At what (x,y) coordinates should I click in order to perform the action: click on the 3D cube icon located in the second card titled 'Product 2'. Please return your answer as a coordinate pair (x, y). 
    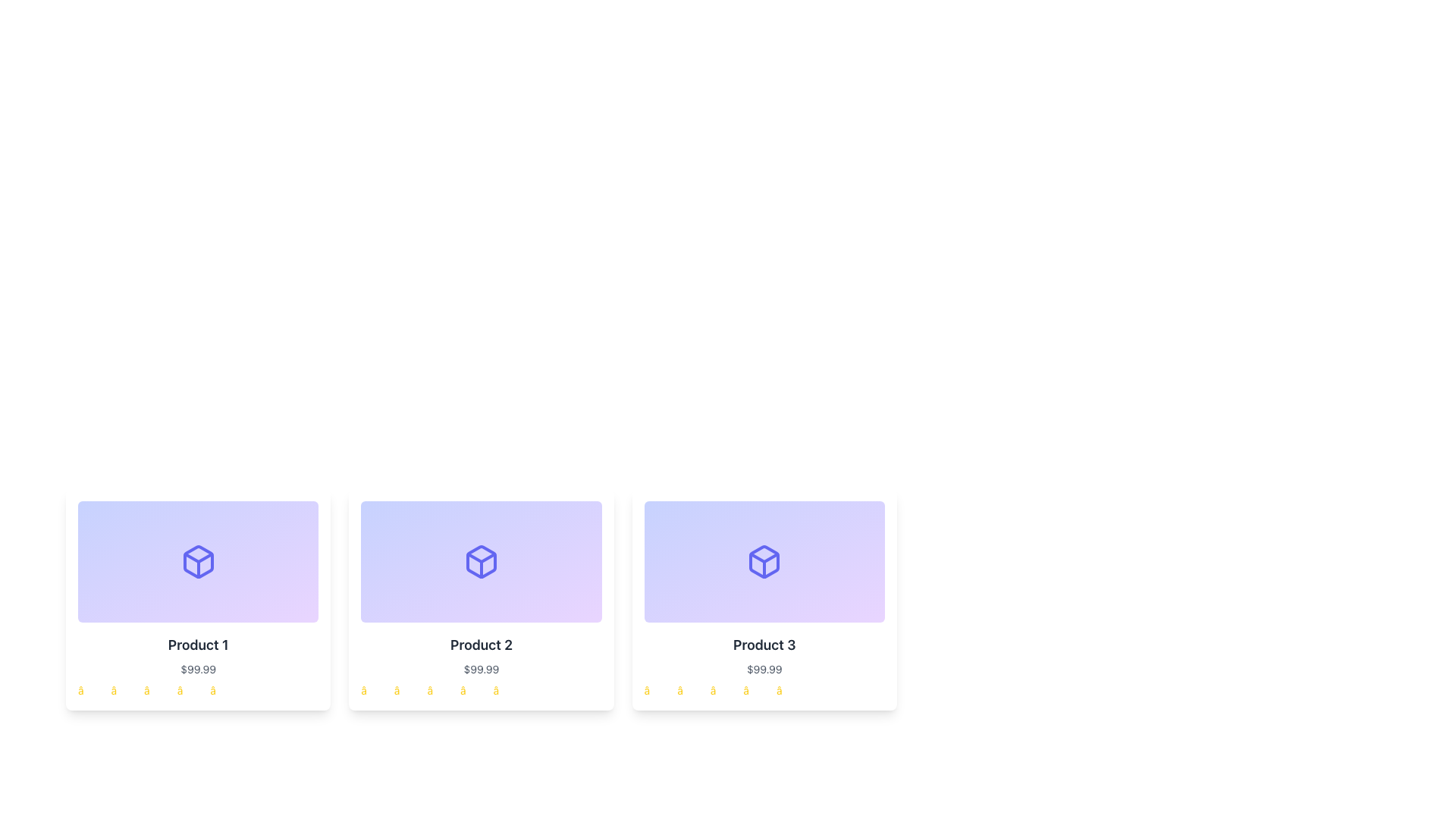
    Looking at the image, I should click on (480, 561).